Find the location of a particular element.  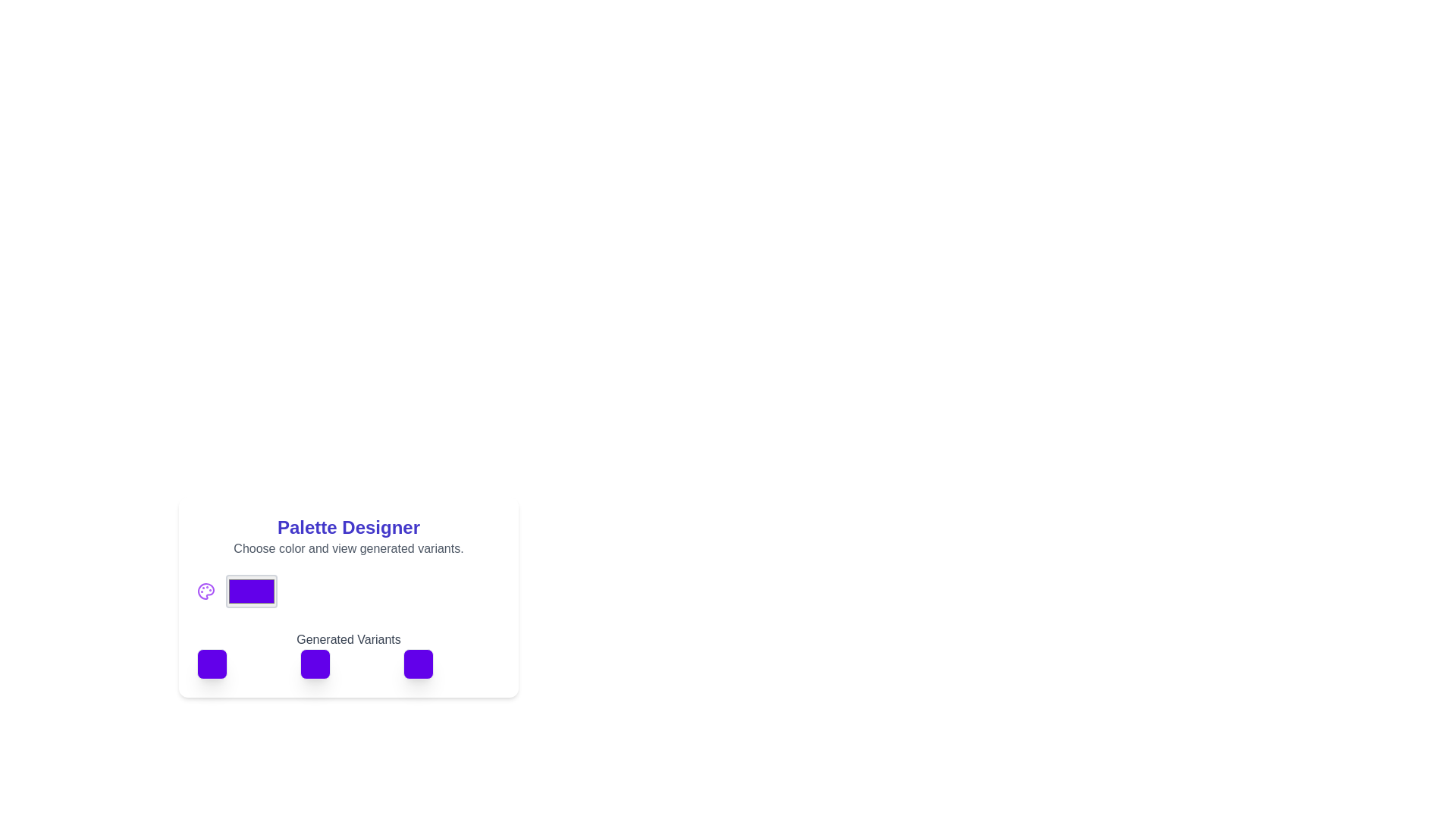

the color input field, which is located centrally in the upper-middle area of the interface is located at coordinates (251, 590).